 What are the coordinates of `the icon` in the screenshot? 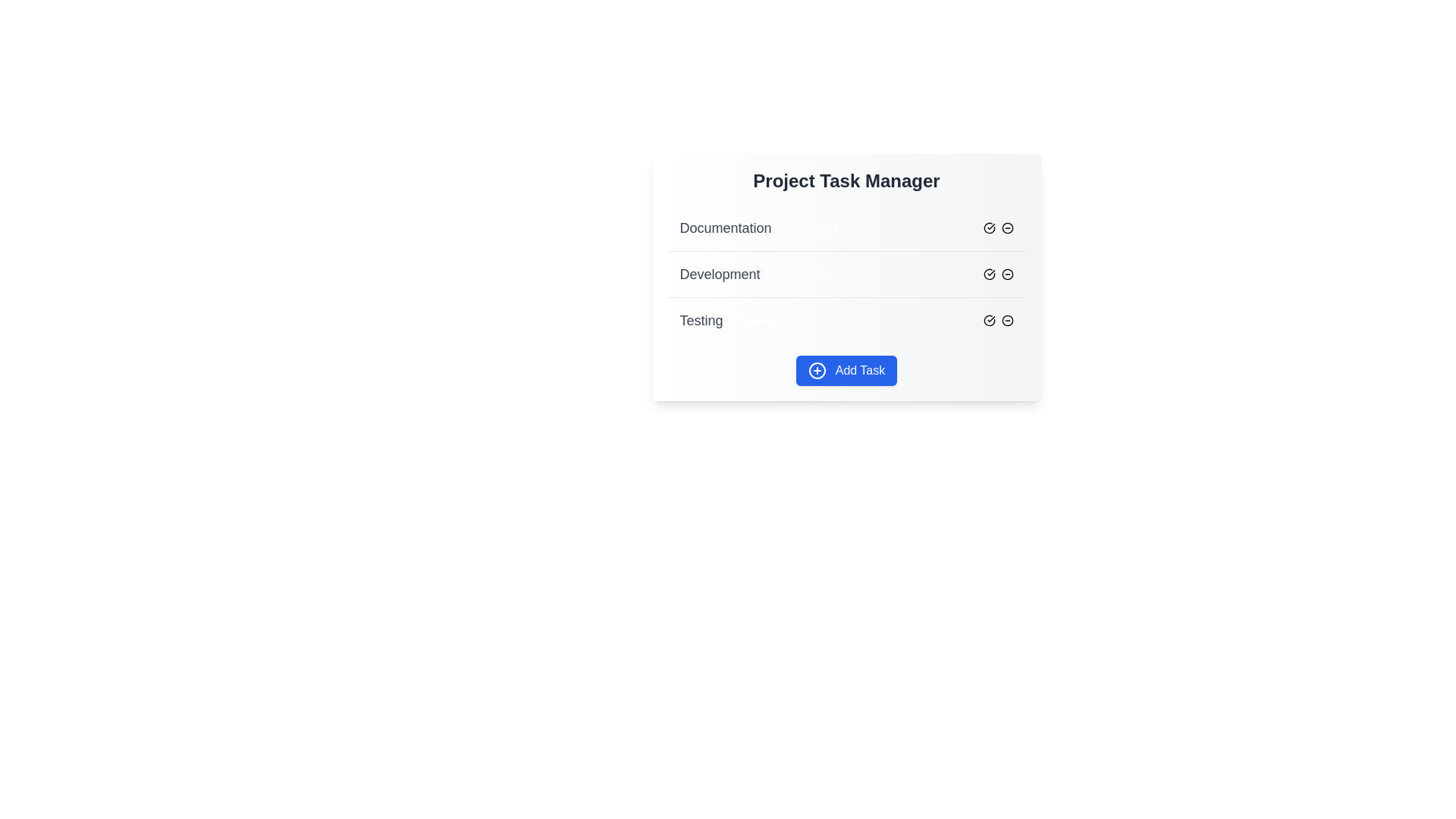 It's located at (1007, 275).